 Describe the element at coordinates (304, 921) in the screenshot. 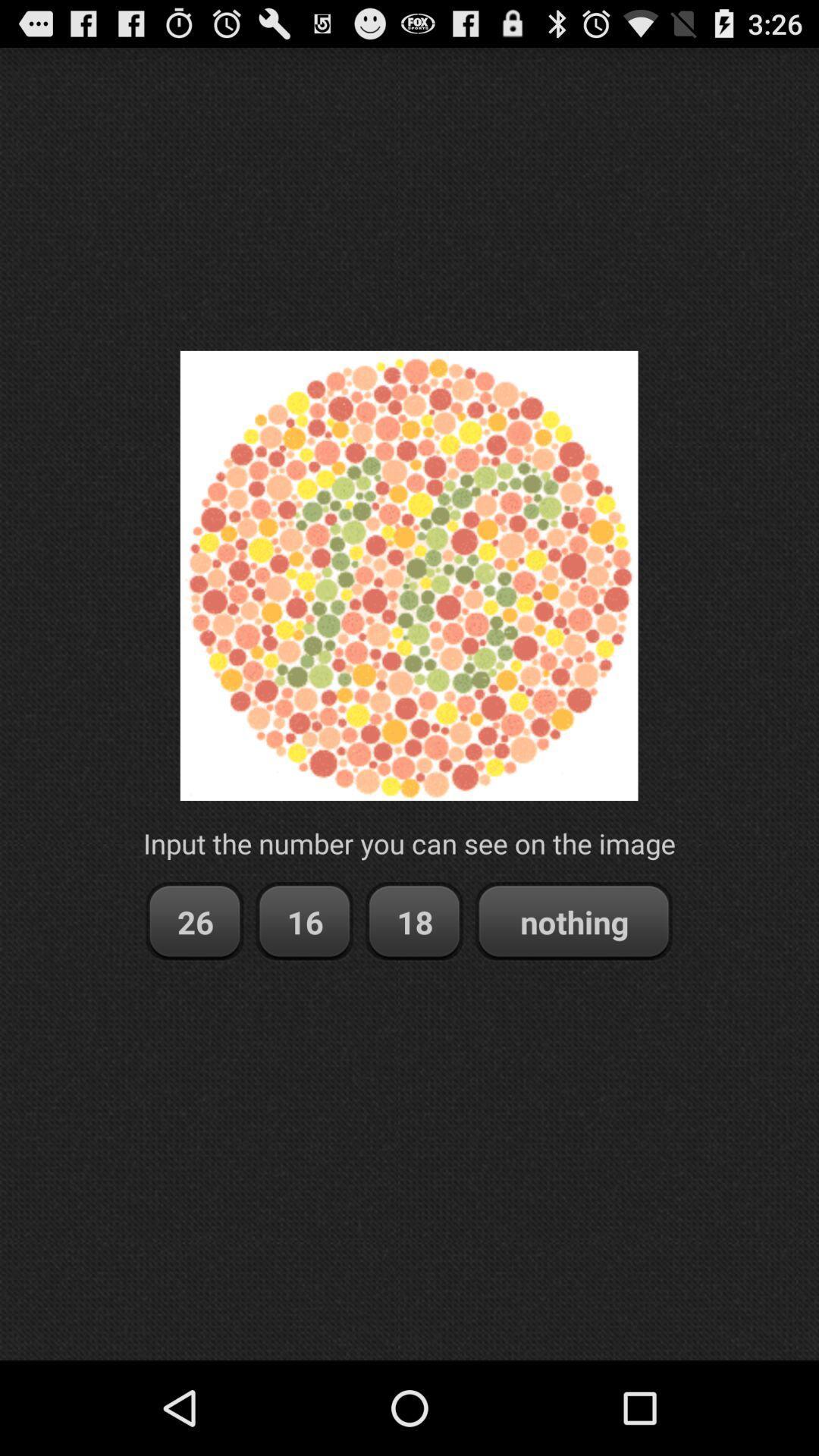

I see `the item next to the 26 icon` at that location.